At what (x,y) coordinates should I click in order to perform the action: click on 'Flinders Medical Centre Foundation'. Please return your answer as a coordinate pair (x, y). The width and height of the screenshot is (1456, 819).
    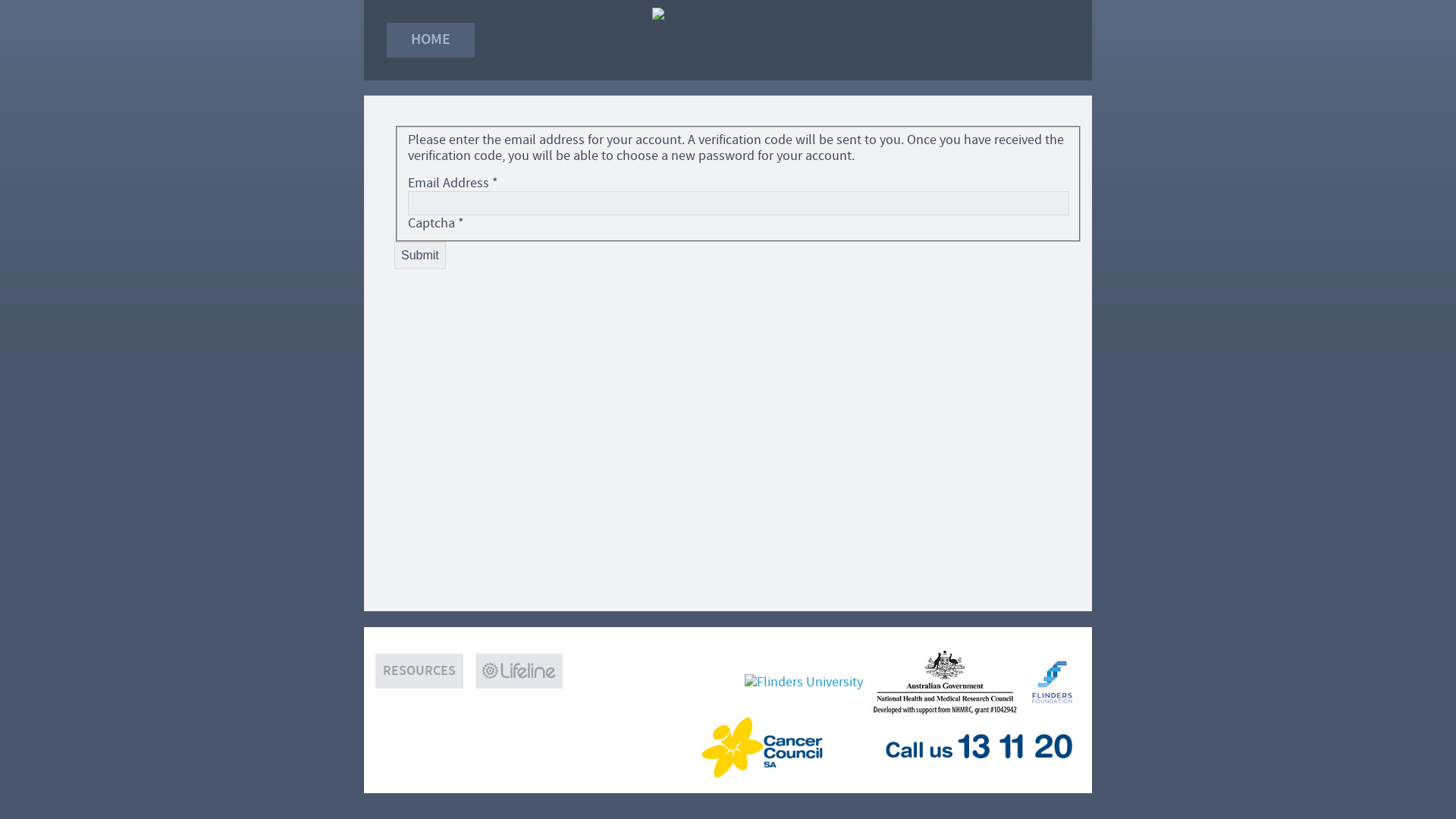
    Looking at the image, I should click on (1053, 680).